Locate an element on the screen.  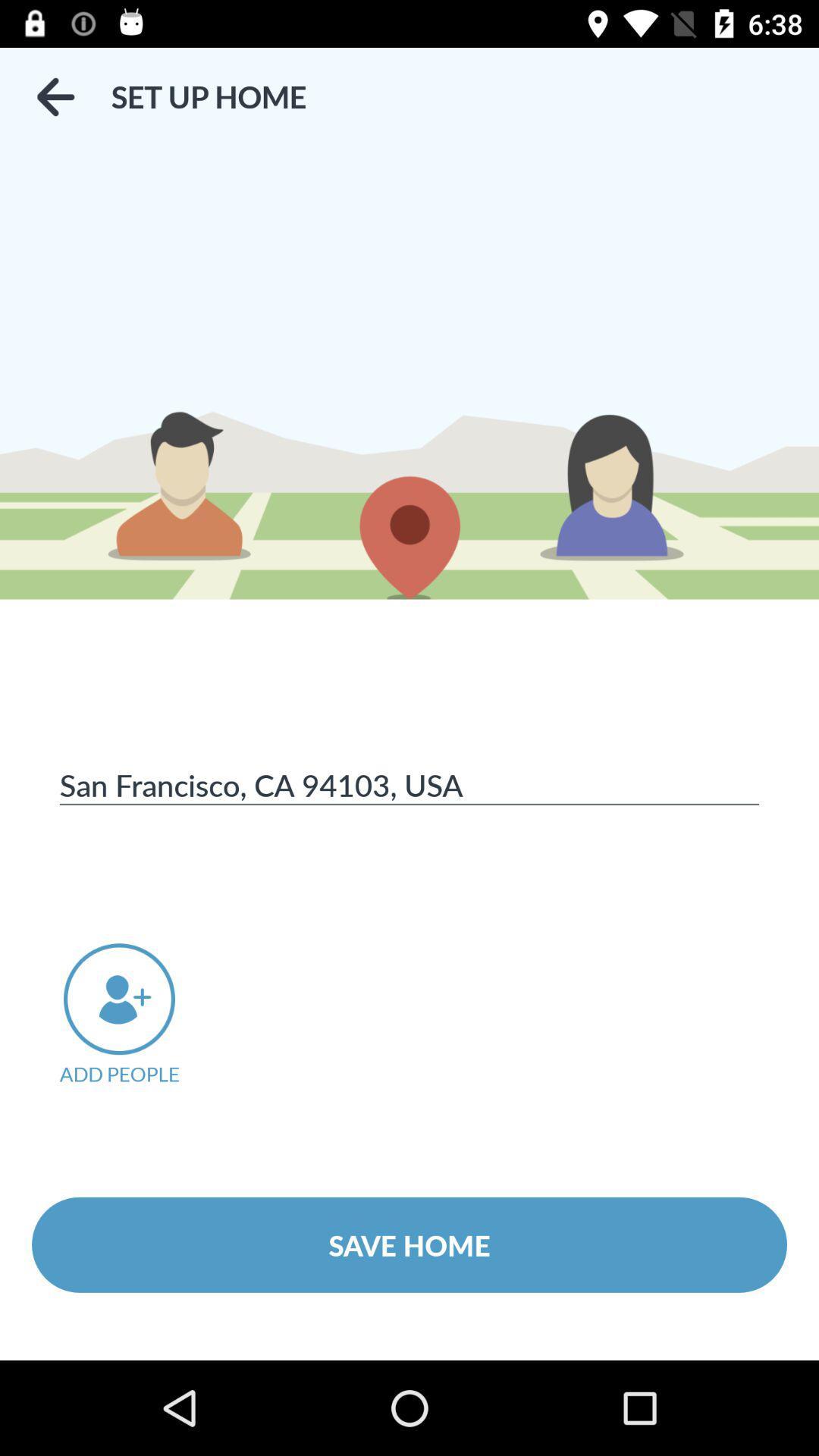
the arrow_backward icon is located at coordinates (55, 96).